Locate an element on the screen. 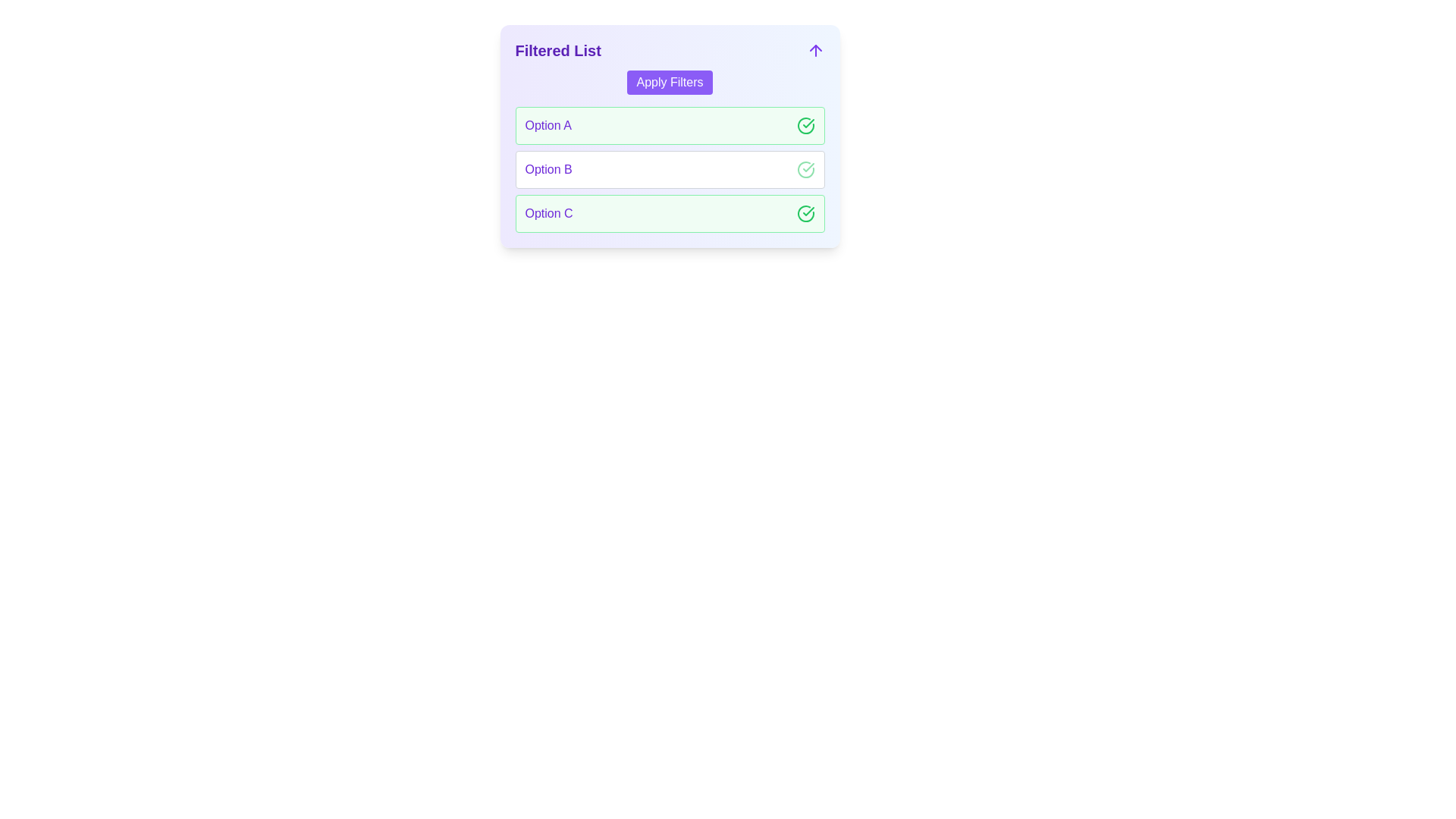  the 'Apply Filters' button to apply the current filters is located at coordinates (669, 82).